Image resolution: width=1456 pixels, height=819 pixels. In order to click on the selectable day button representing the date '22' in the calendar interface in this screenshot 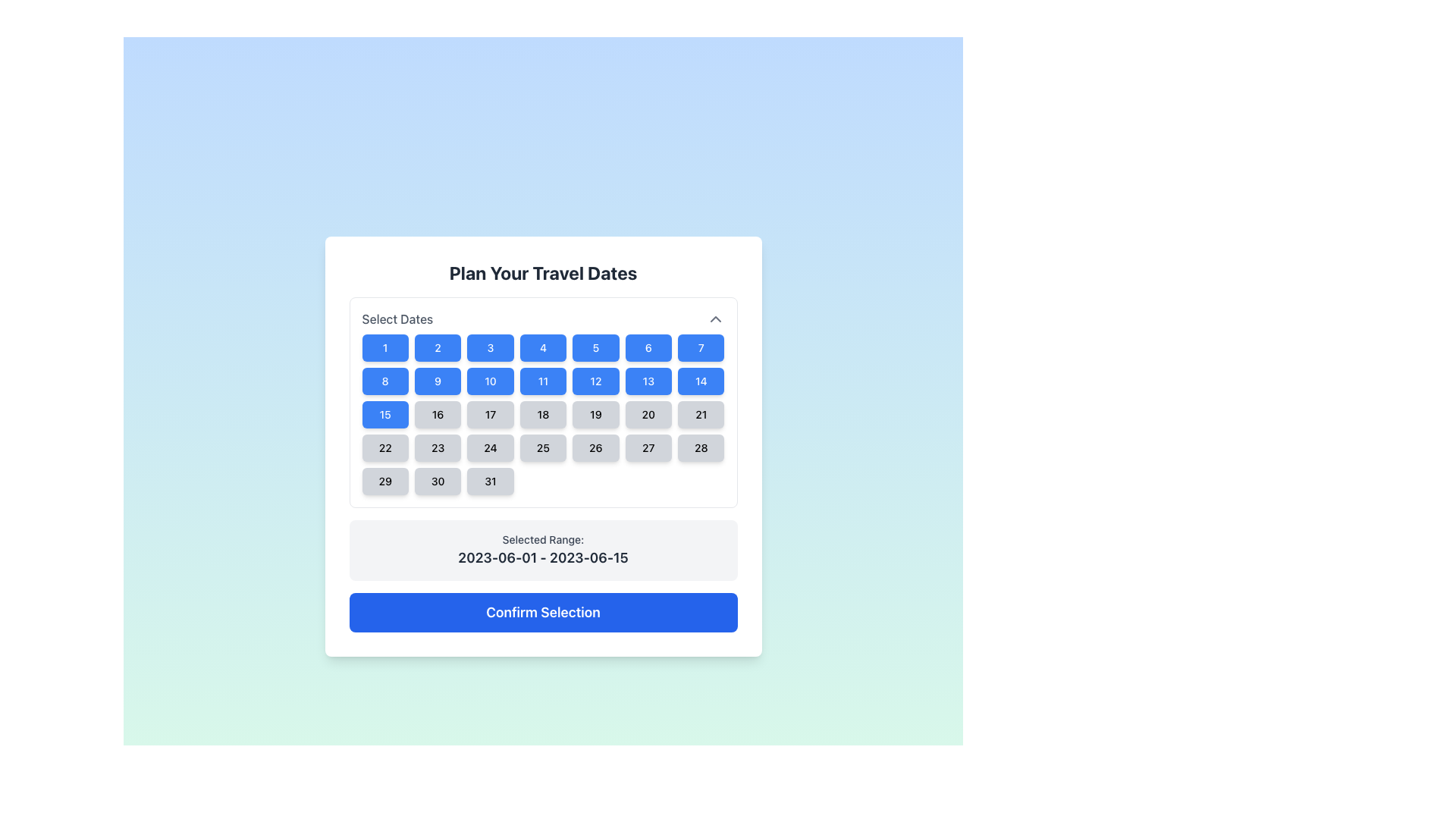, I will do `click(385, 447)`.